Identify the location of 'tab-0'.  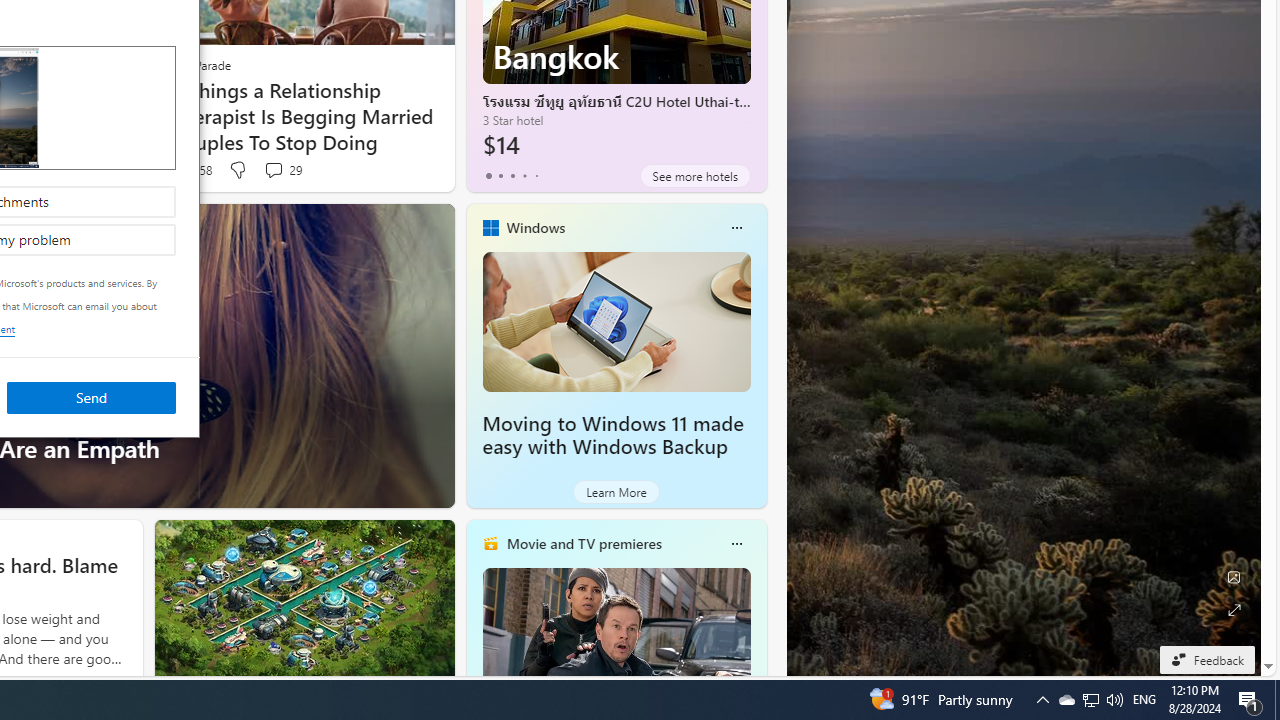
(488, 175).